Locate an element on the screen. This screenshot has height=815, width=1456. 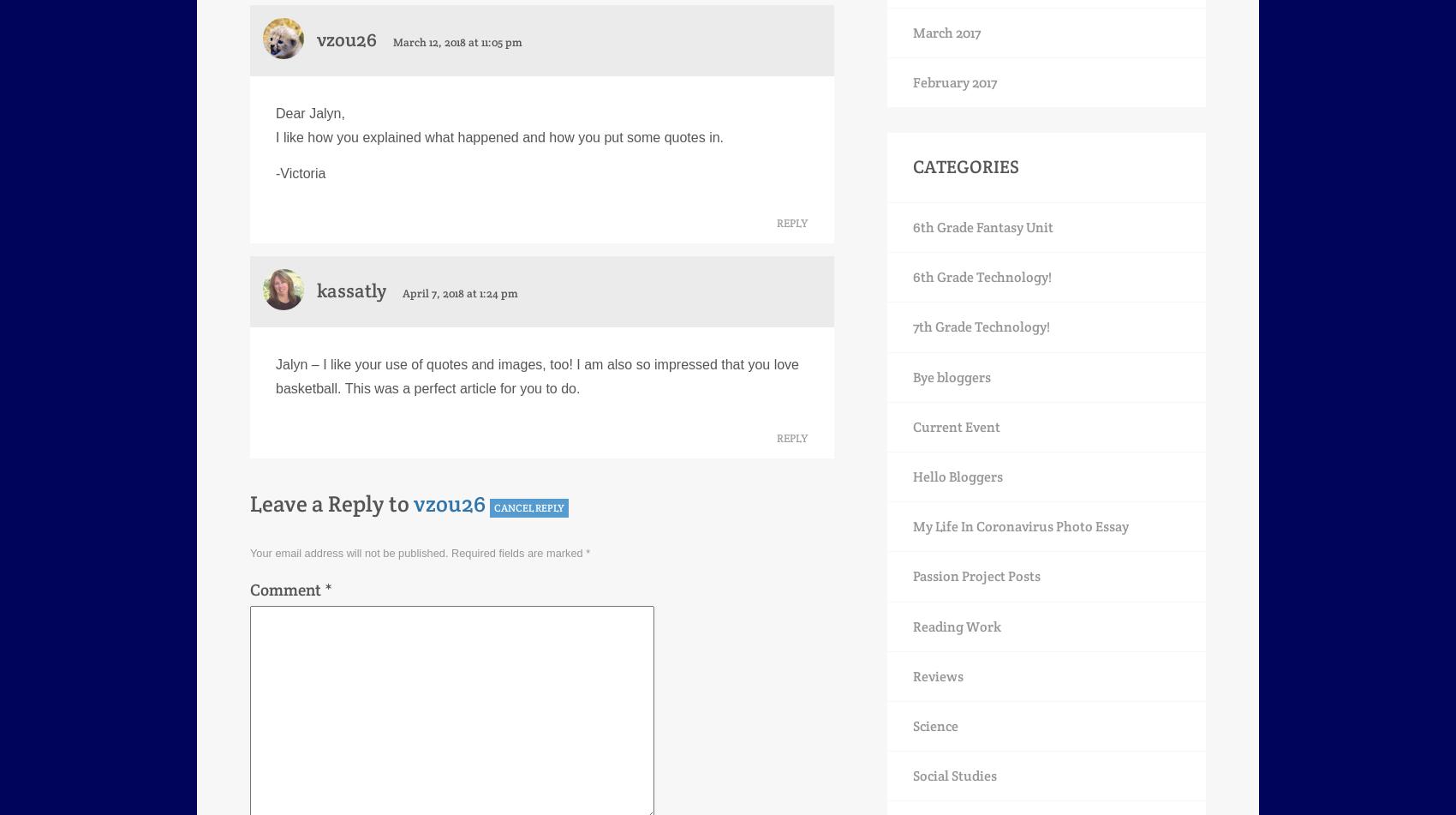
'Cancel reply' is located at coordinates (528, 506).